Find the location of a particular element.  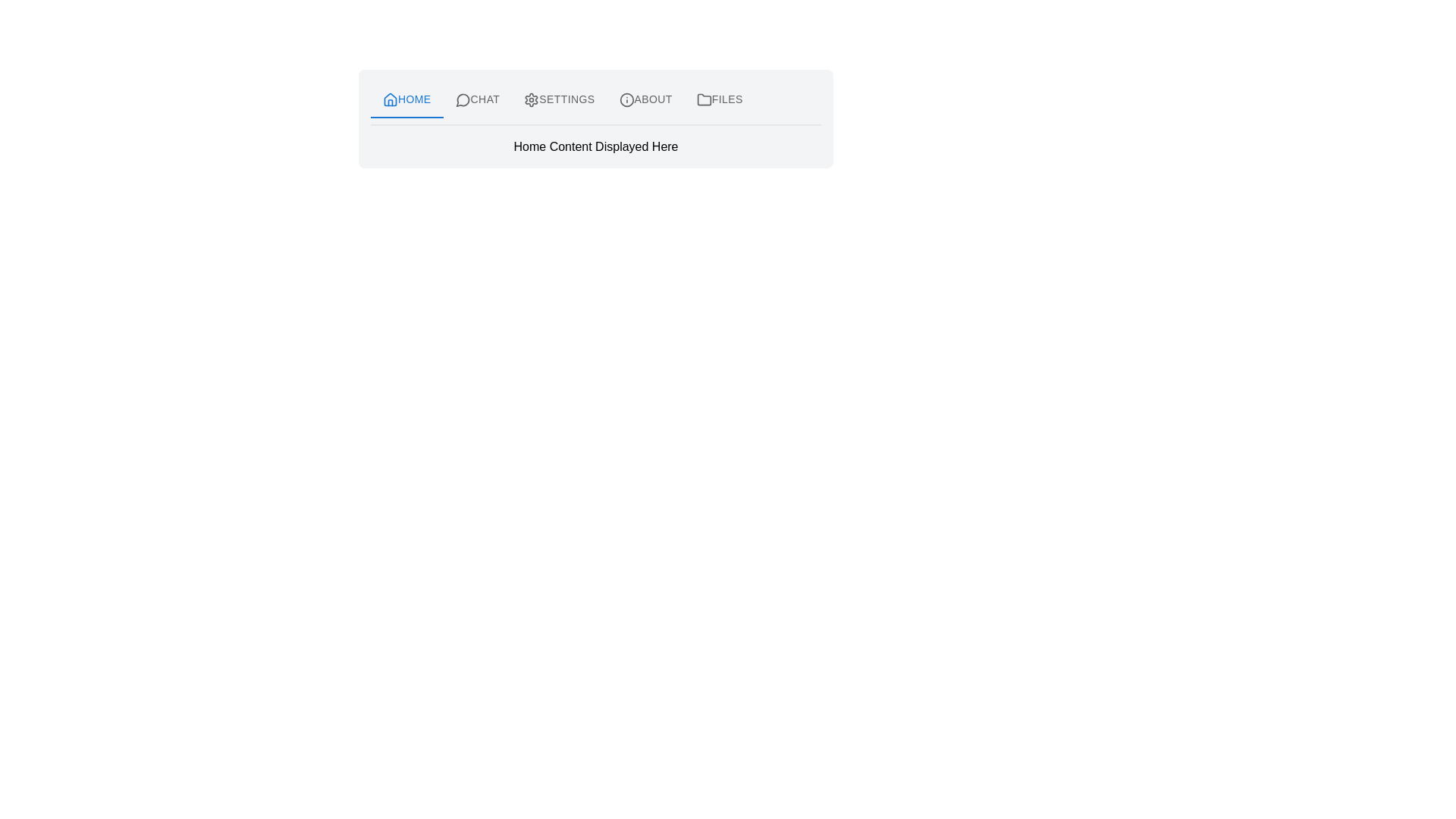

the navigational tab button located at the top center of the interface, specifically the fifth tab used for managing files is located at coordinates (719, 99).